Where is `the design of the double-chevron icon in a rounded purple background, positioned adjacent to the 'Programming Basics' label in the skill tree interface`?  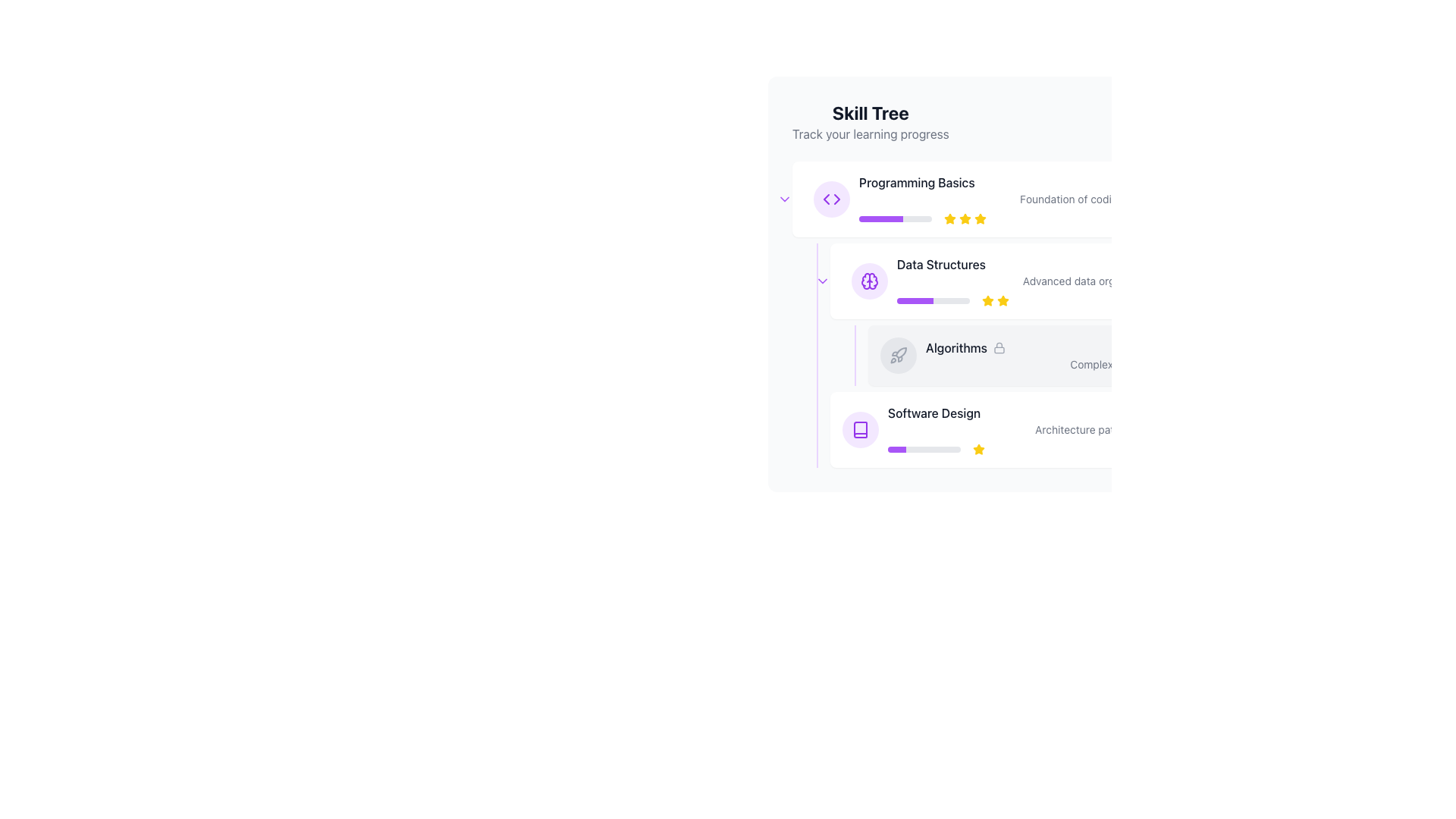 the design of the double-chevron icon in a rounded purple background, positioned adjacent to the 'Programming Basics' label in the skill tree interface is located at coordinates (831, 198).